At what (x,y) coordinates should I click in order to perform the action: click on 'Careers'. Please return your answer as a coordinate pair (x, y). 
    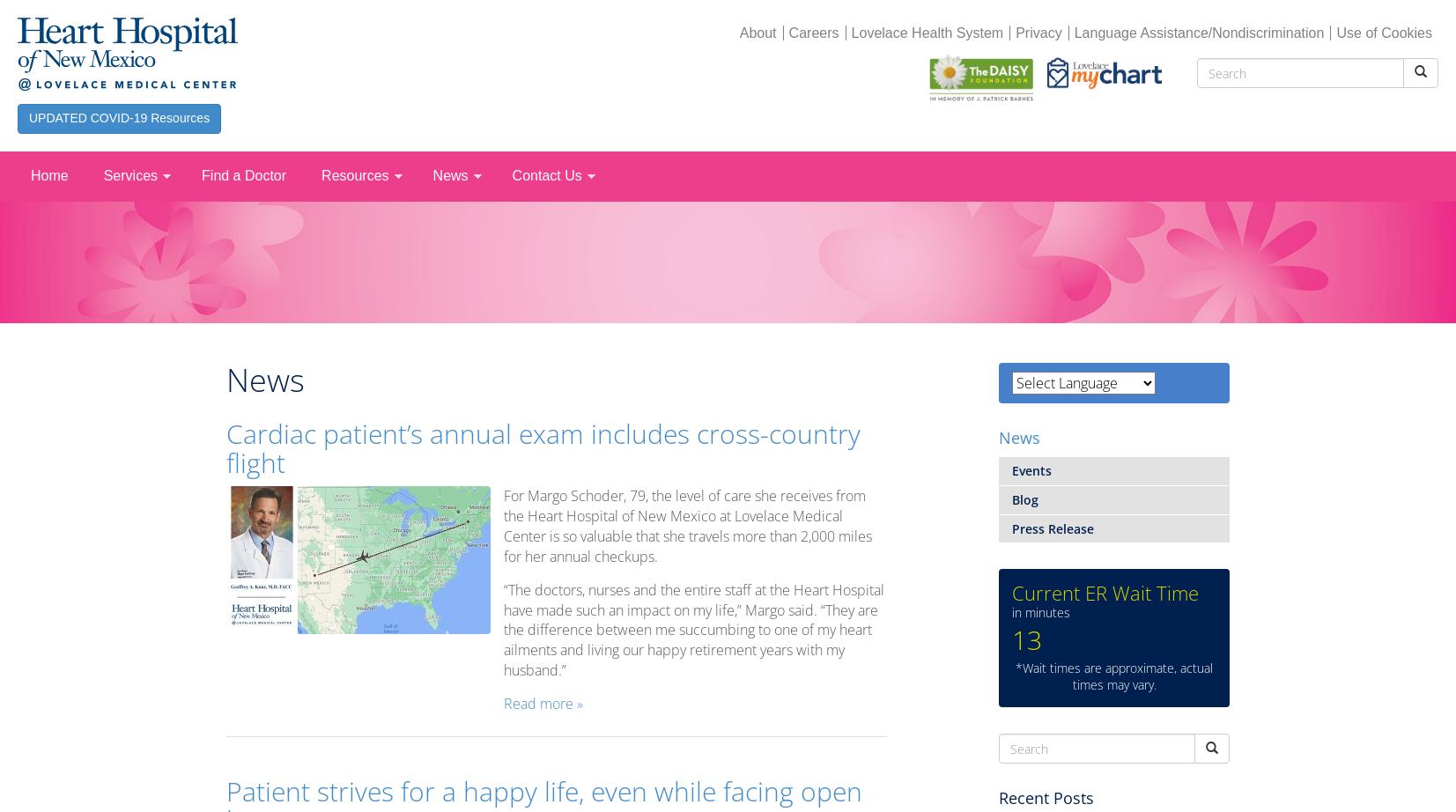
    Looking at the image, I should click on (813, 33).